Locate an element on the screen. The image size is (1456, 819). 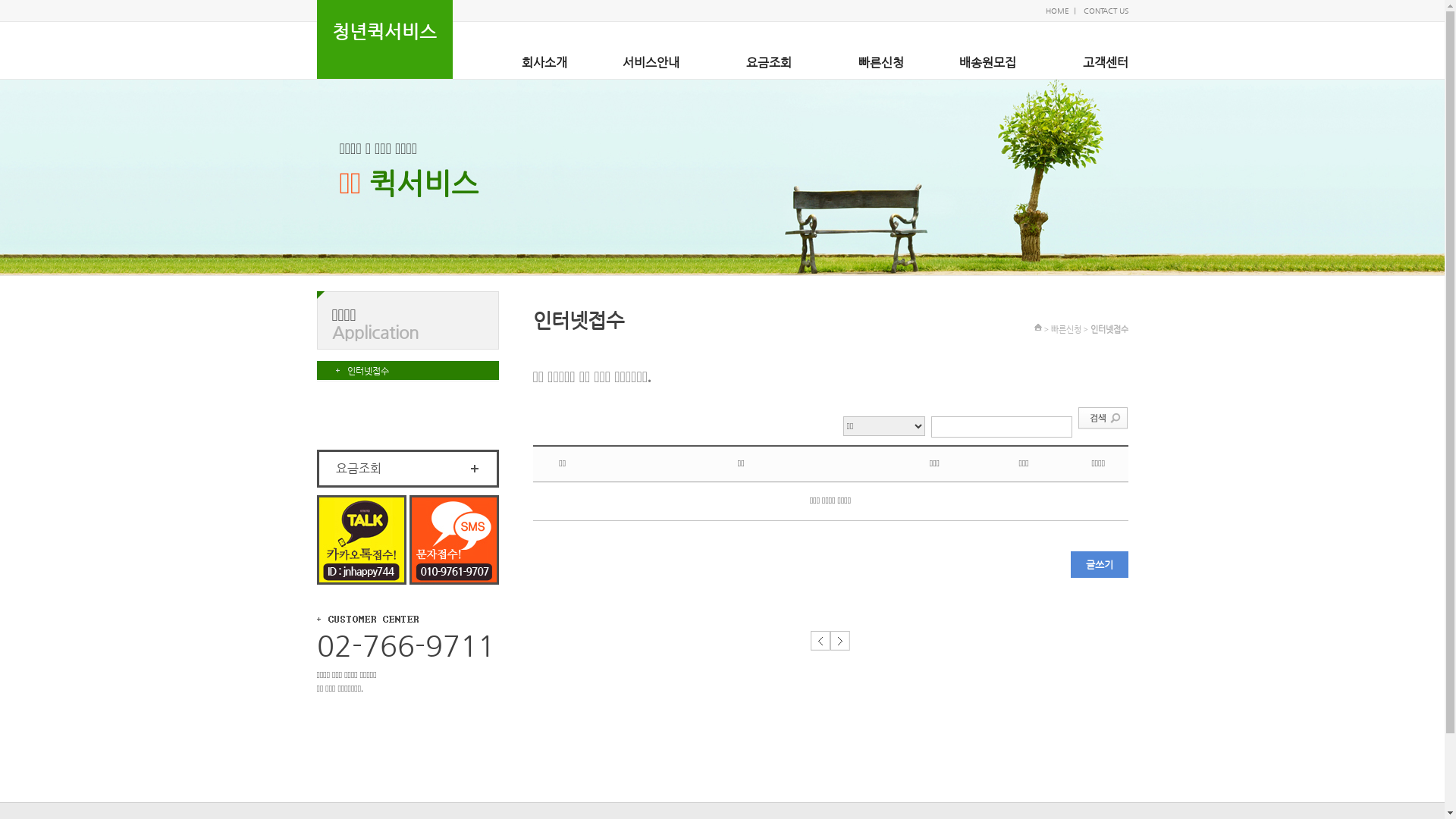
'CONTACT US' is located at coordinates (1105, 11).